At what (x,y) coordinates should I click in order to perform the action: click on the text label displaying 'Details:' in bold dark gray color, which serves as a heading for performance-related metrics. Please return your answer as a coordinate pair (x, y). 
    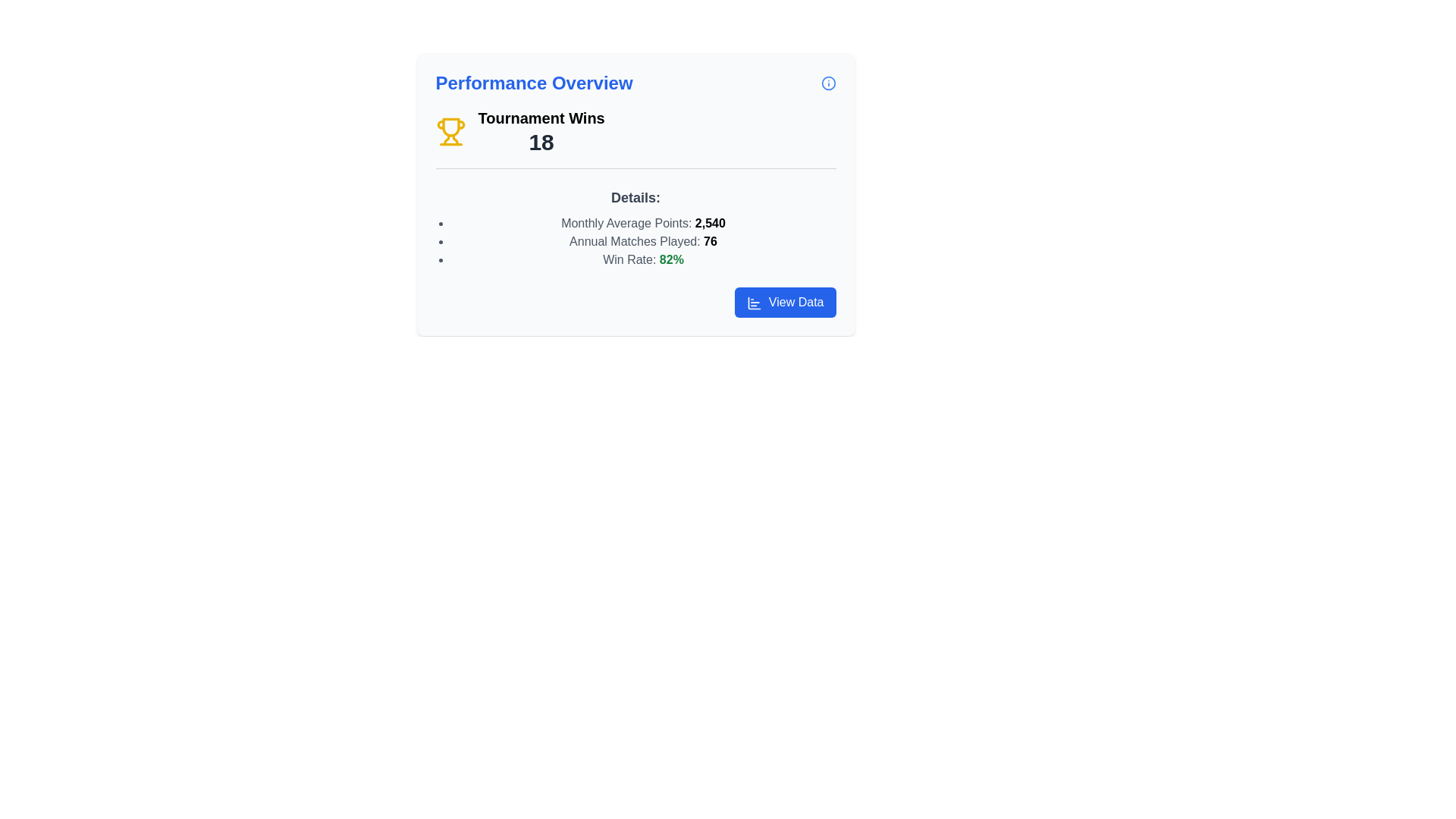
    Looking at the image, I should click on (635, 197).